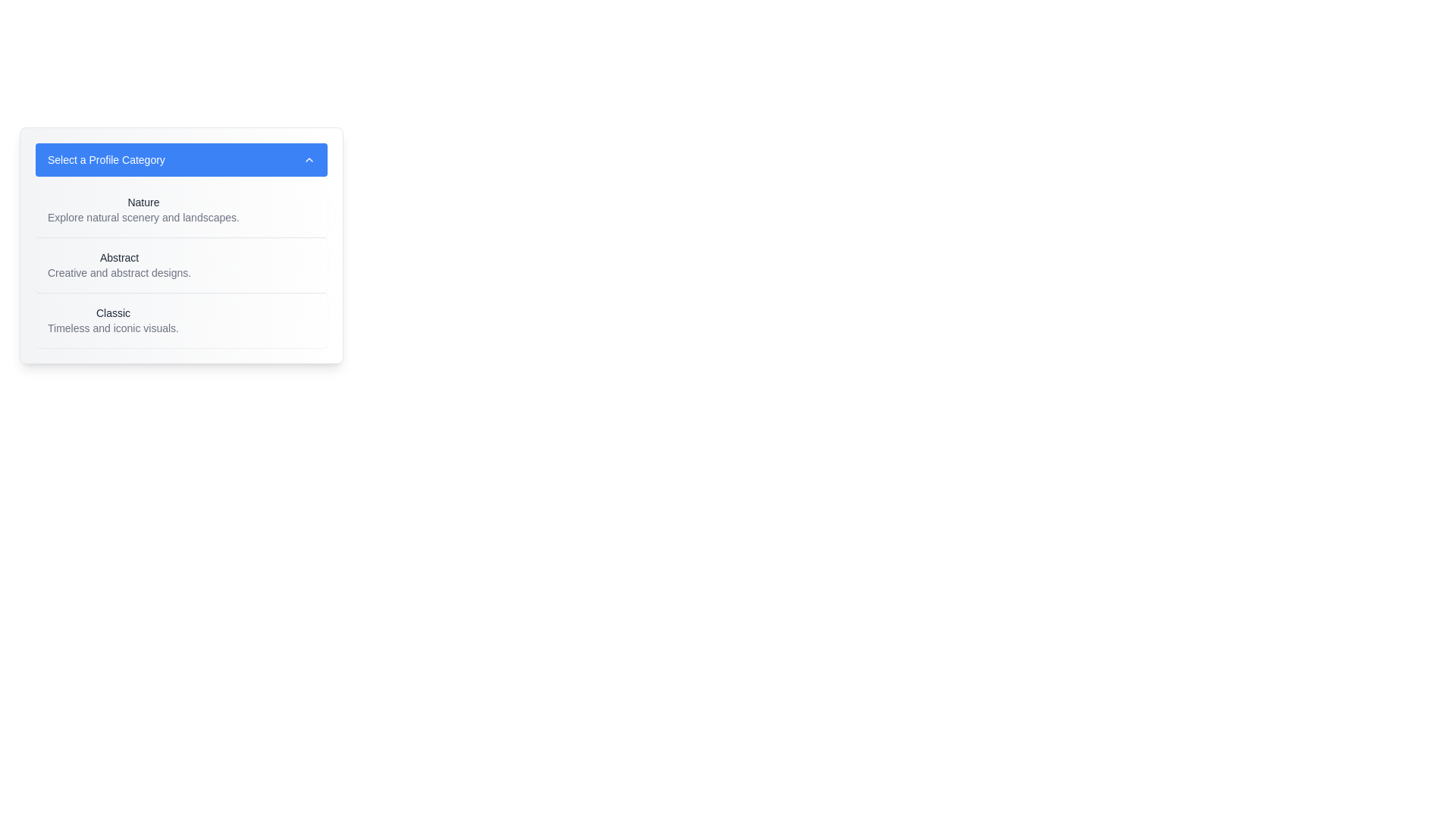 This screenshot has height=819, width=1456. I want to click on the 'Nature' text block element, so click(143, 210).